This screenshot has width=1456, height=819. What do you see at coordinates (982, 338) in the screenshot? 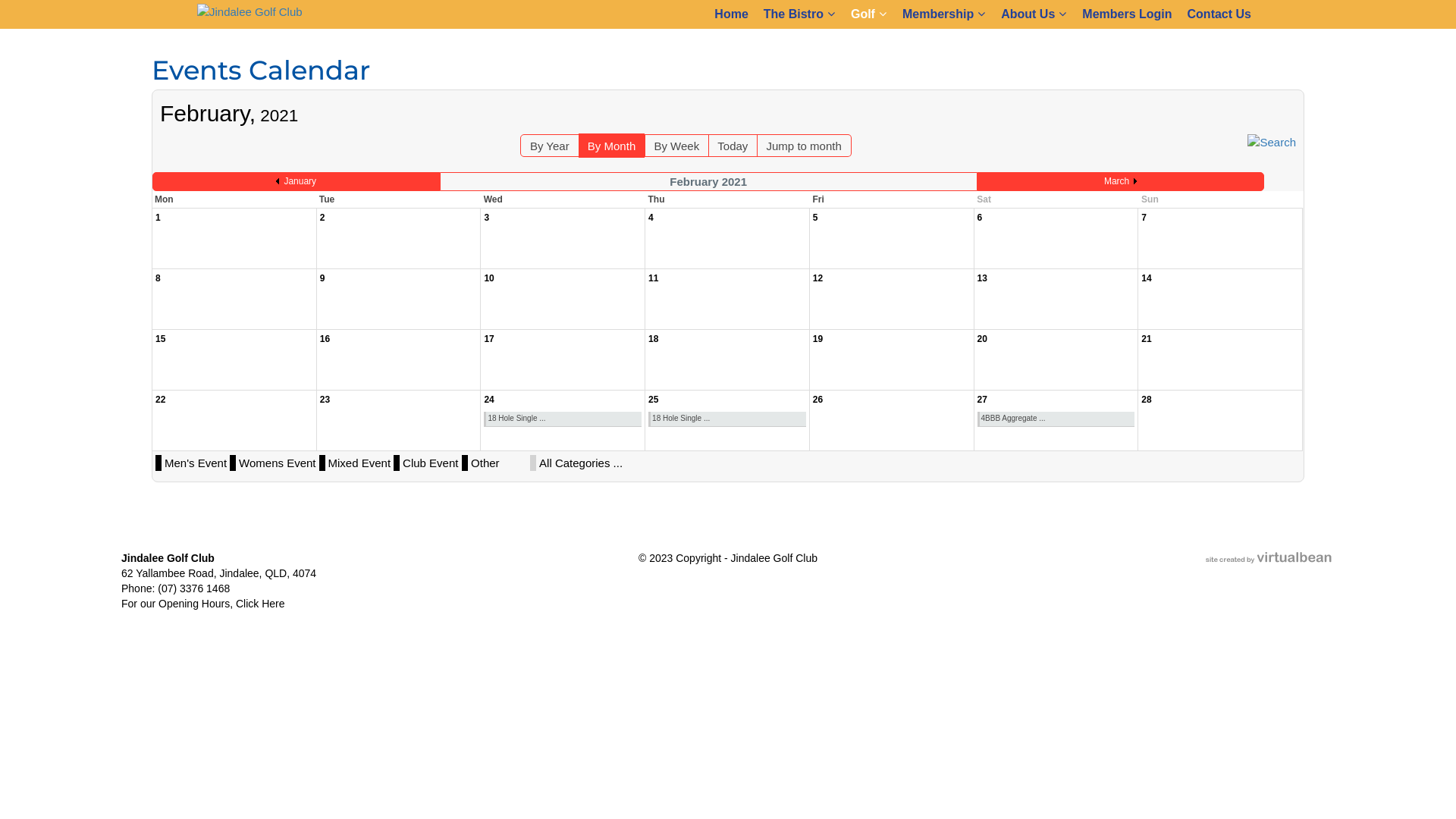
I see `'20'` at bounding box center [982, 338].